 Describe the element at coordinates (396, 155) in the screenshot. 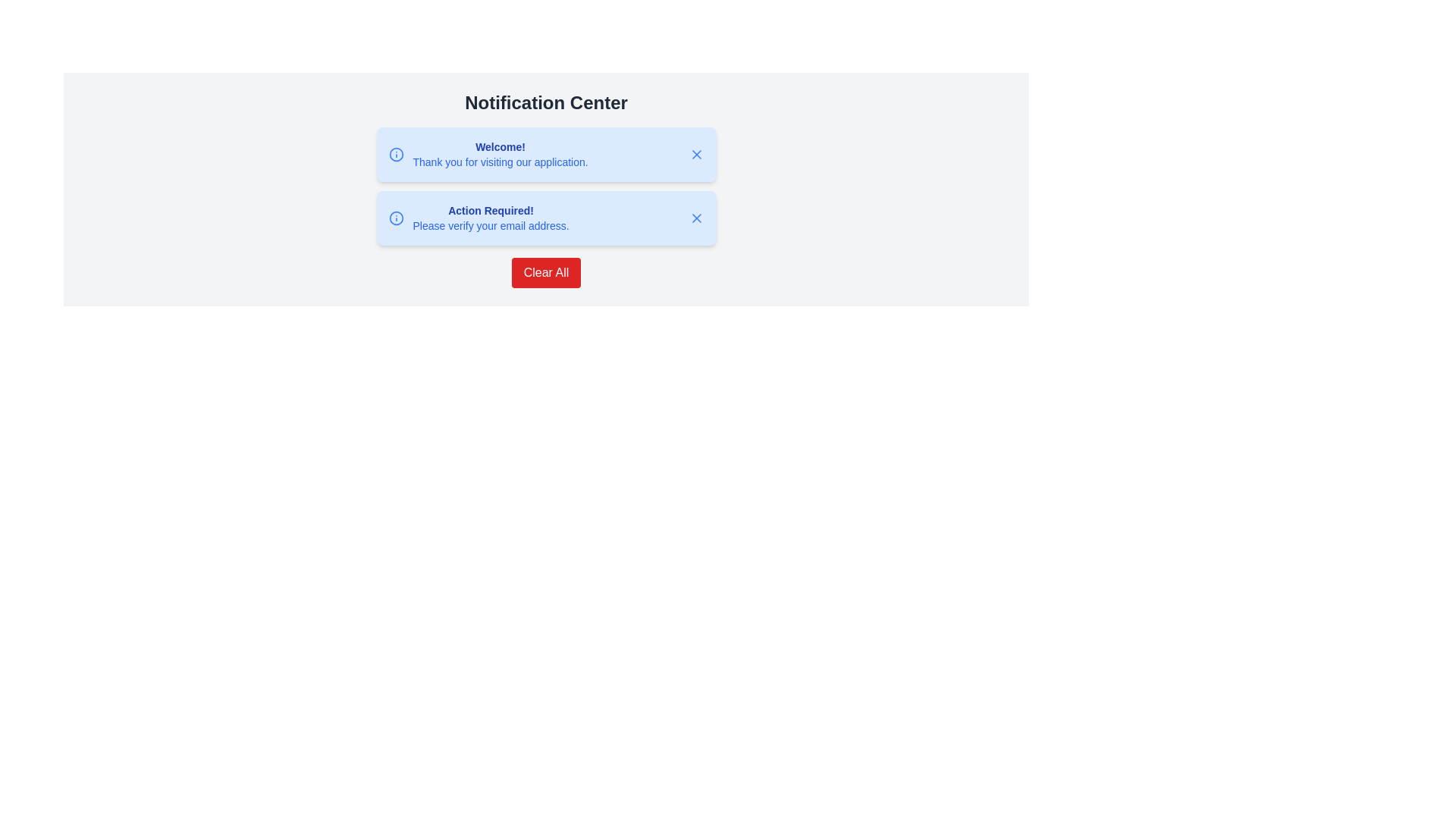

I see `the blue circular icon located to the left of the text 'Welcome! Thank you for visiting our application.' in the notification card` at that location.